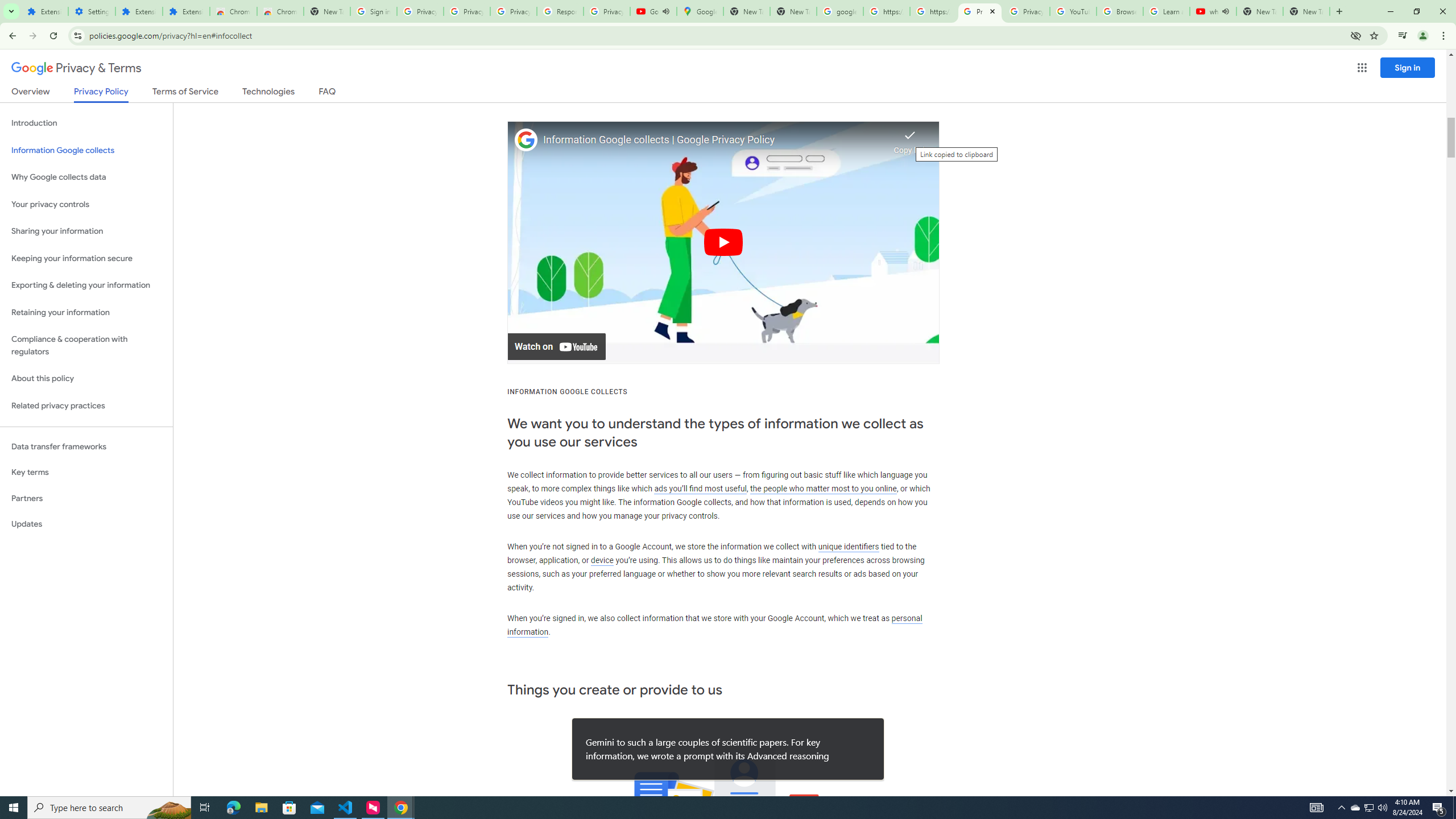  Describe the element at coordinates (700, 11) in the screenshot. I see `'Google Maps'` at that location.